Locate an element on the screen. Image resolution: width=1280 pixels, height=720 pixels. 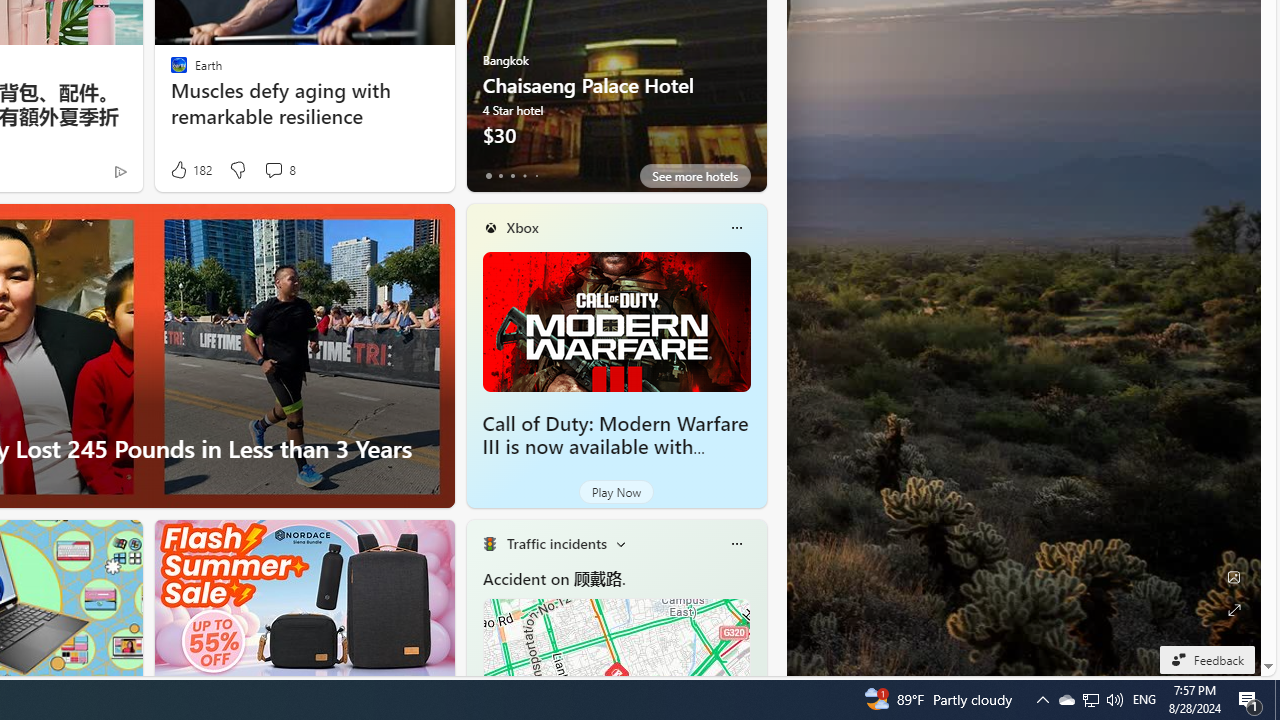
'Change scenarios' is located at coordinates (619, 543).